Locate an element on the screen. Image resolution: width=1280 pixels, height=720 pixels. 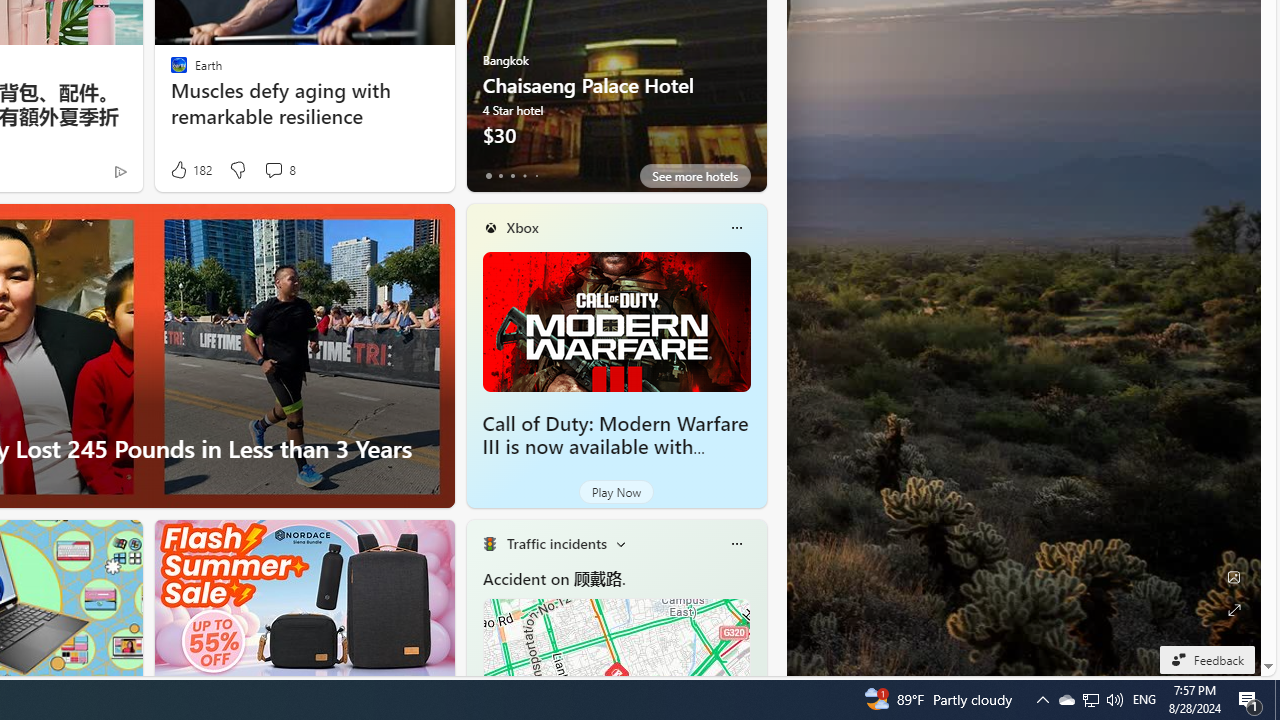
'Change scenarios' is located at coordinates (619, 543).